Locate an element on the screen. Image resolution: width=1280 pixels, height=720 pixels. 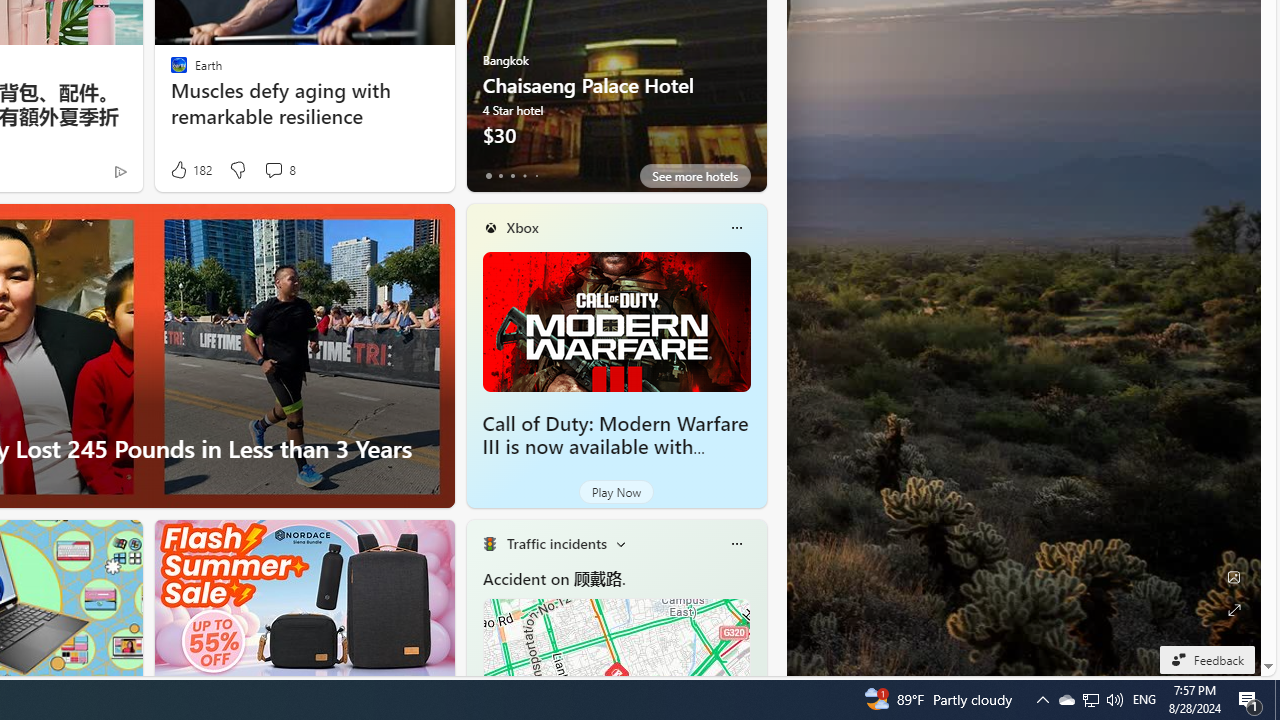
'Change scenarios' is located at coordinates (619, 543).